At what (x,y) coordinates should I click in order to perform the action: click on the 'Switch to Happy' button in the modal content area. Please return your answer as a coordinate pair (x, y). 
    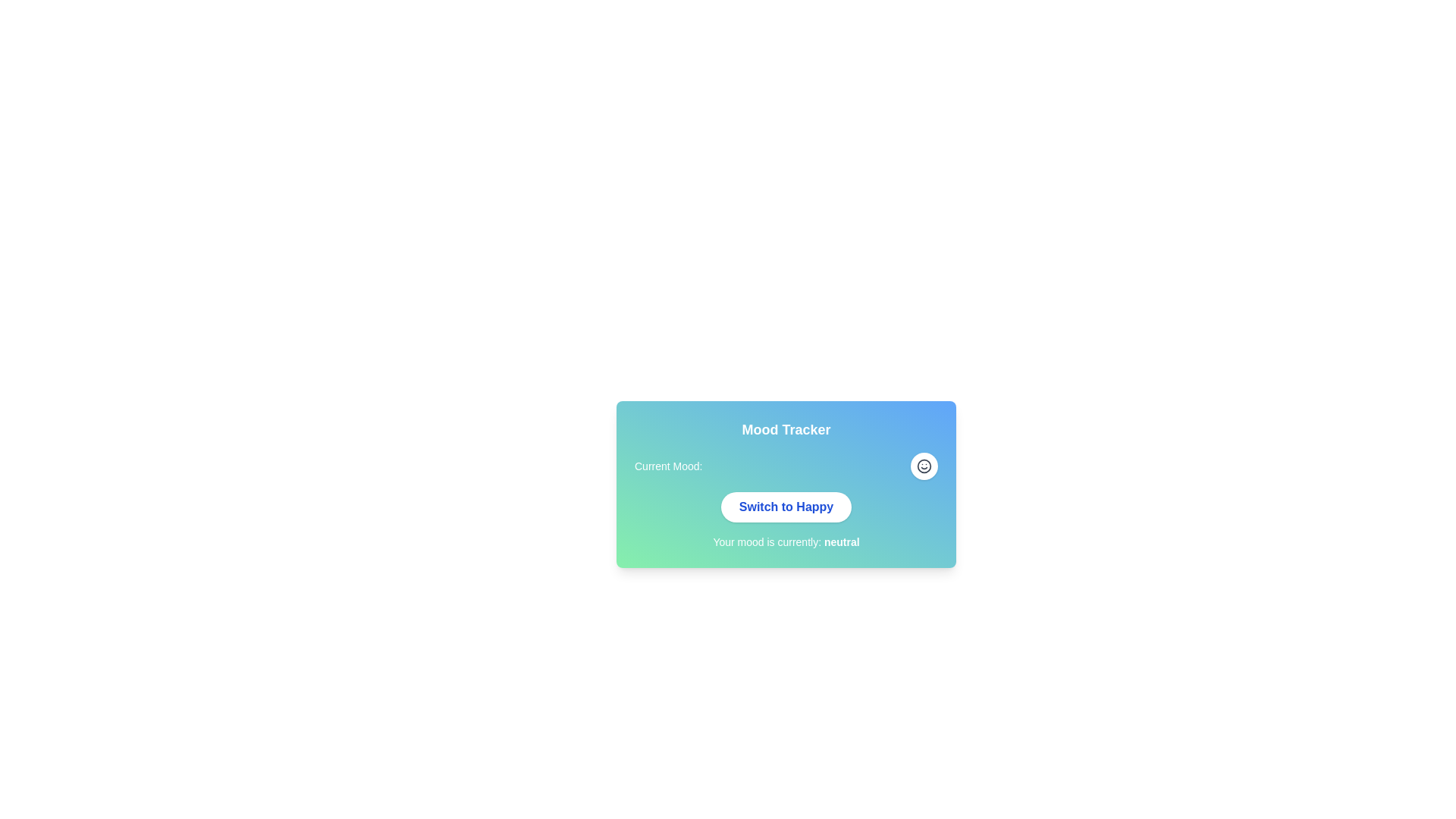
    Looking at the image, I should click on (786, 512).